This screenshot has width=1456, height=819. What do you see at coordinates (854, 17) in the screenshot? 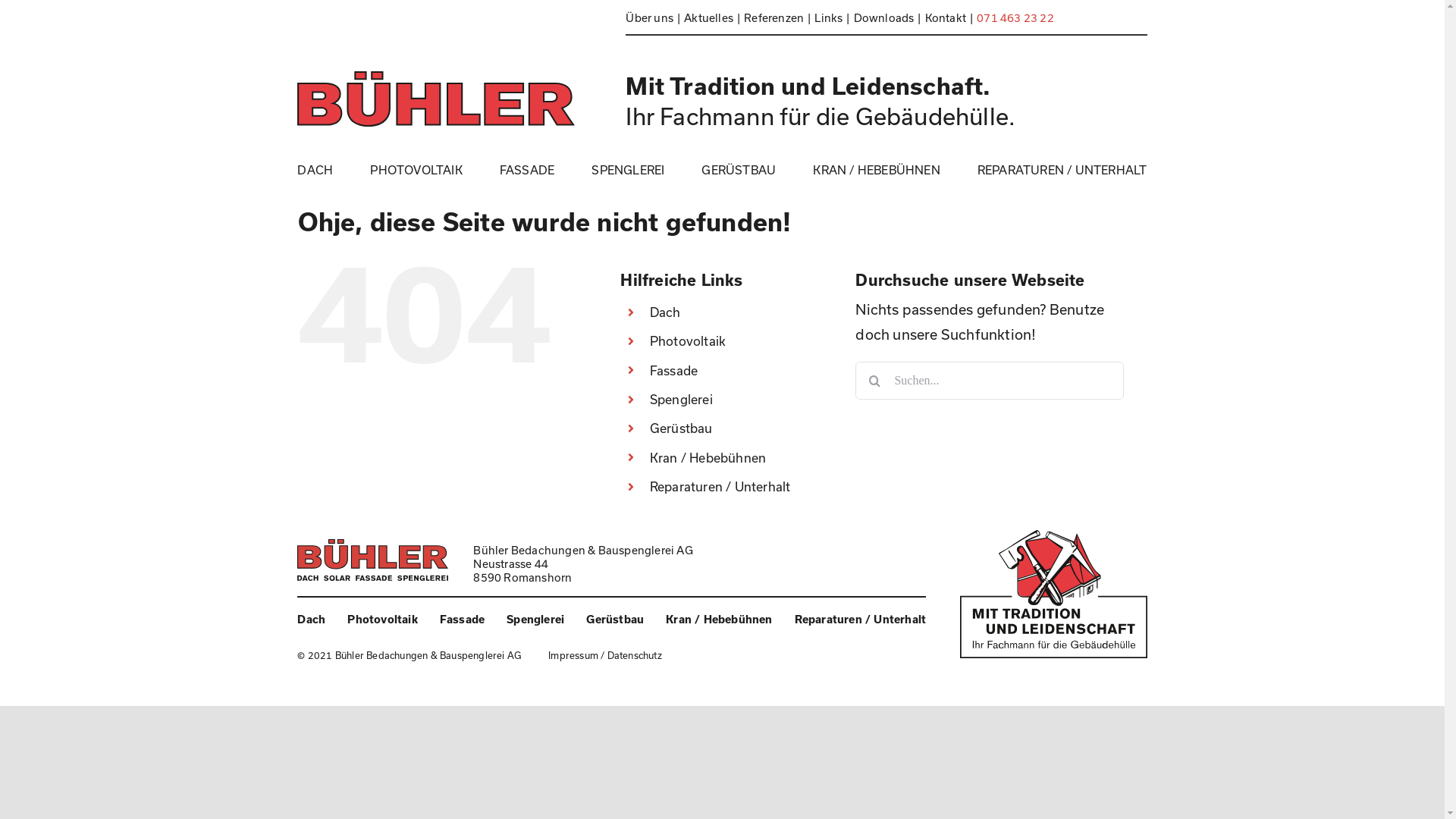
I see `'Downloads'` at bounding box center [854, 17].